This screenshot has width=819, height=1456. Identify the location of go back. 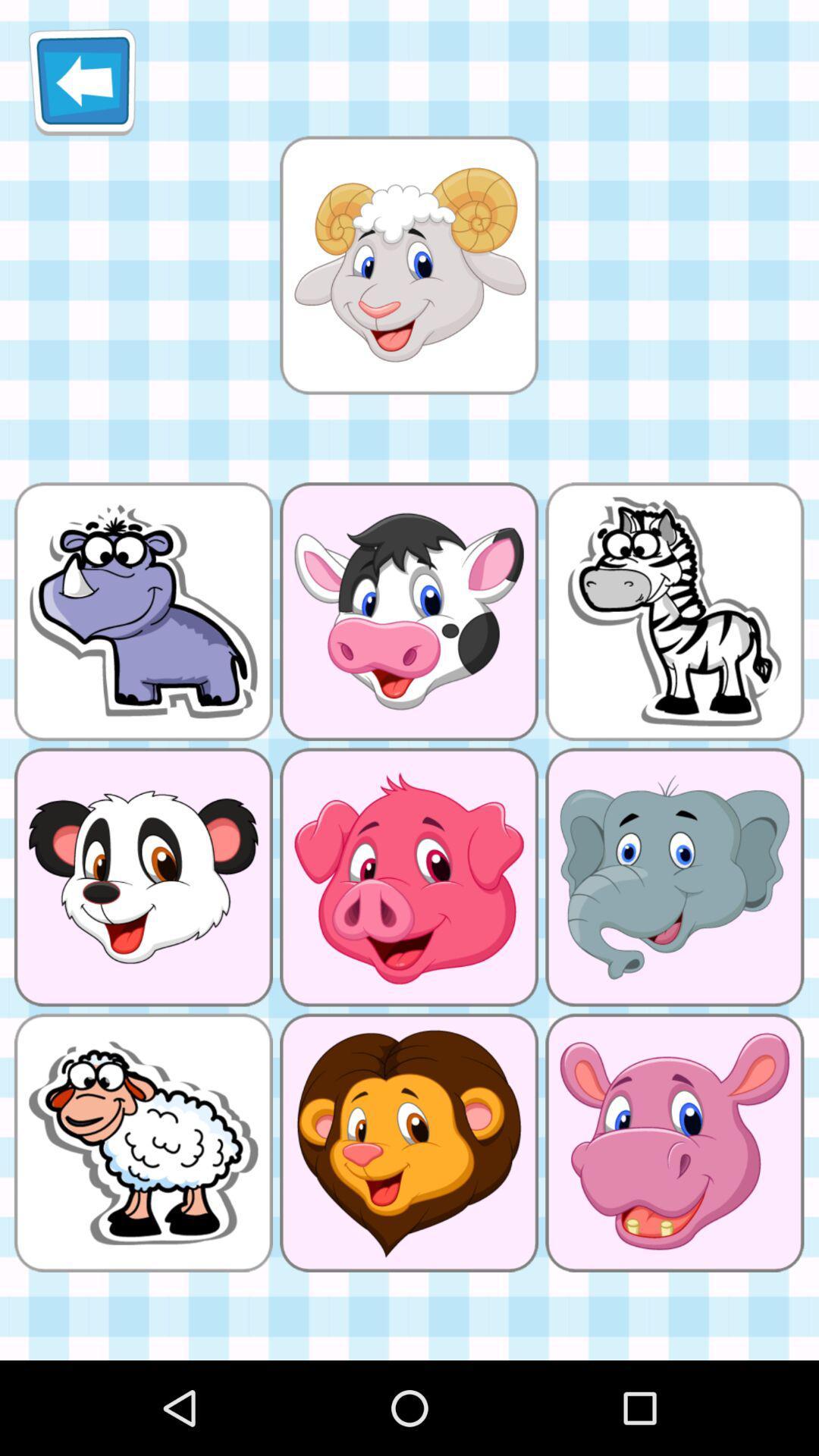
(82, 81).